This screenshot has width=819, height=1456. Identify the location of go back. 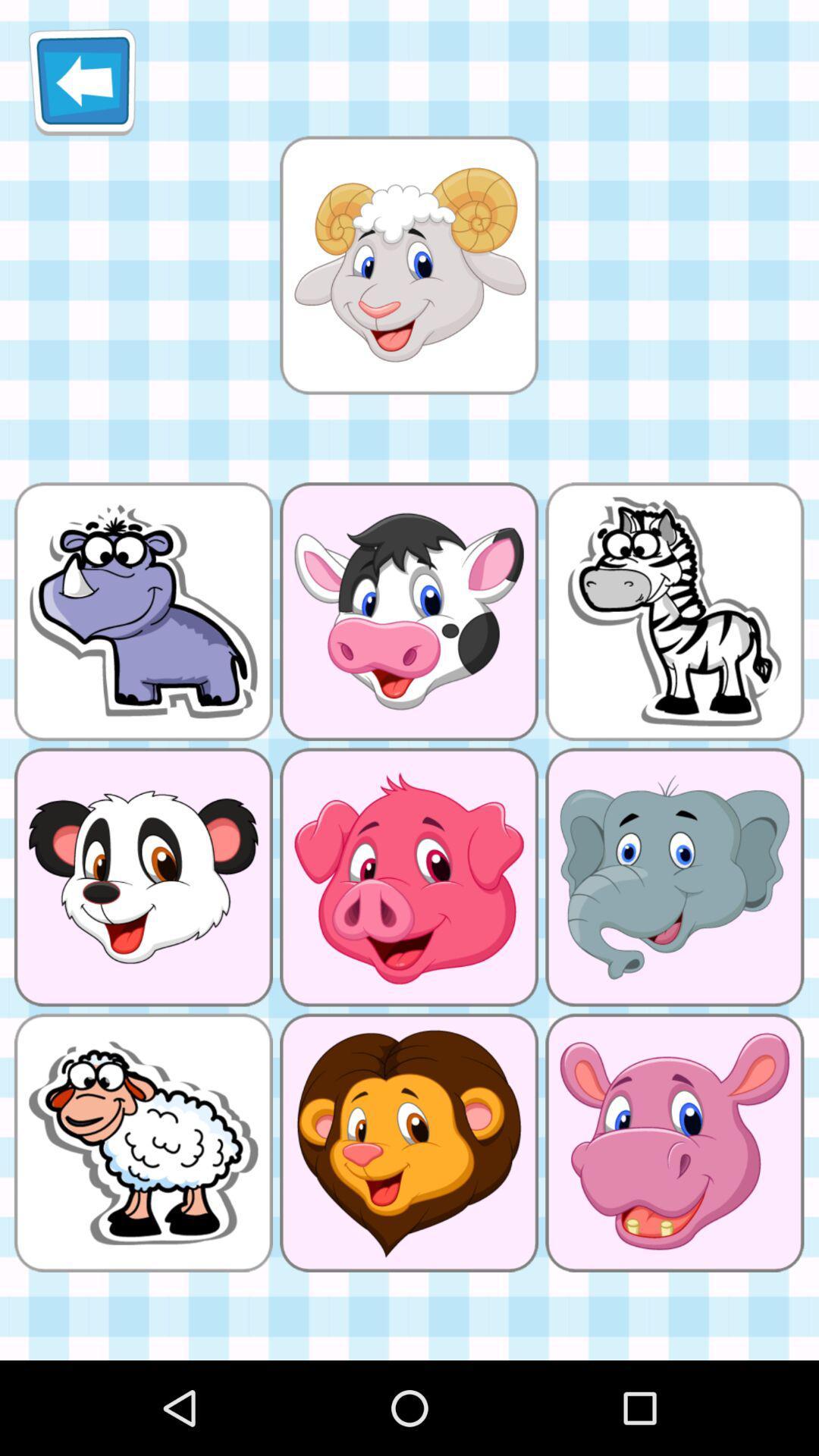
(82, 81).